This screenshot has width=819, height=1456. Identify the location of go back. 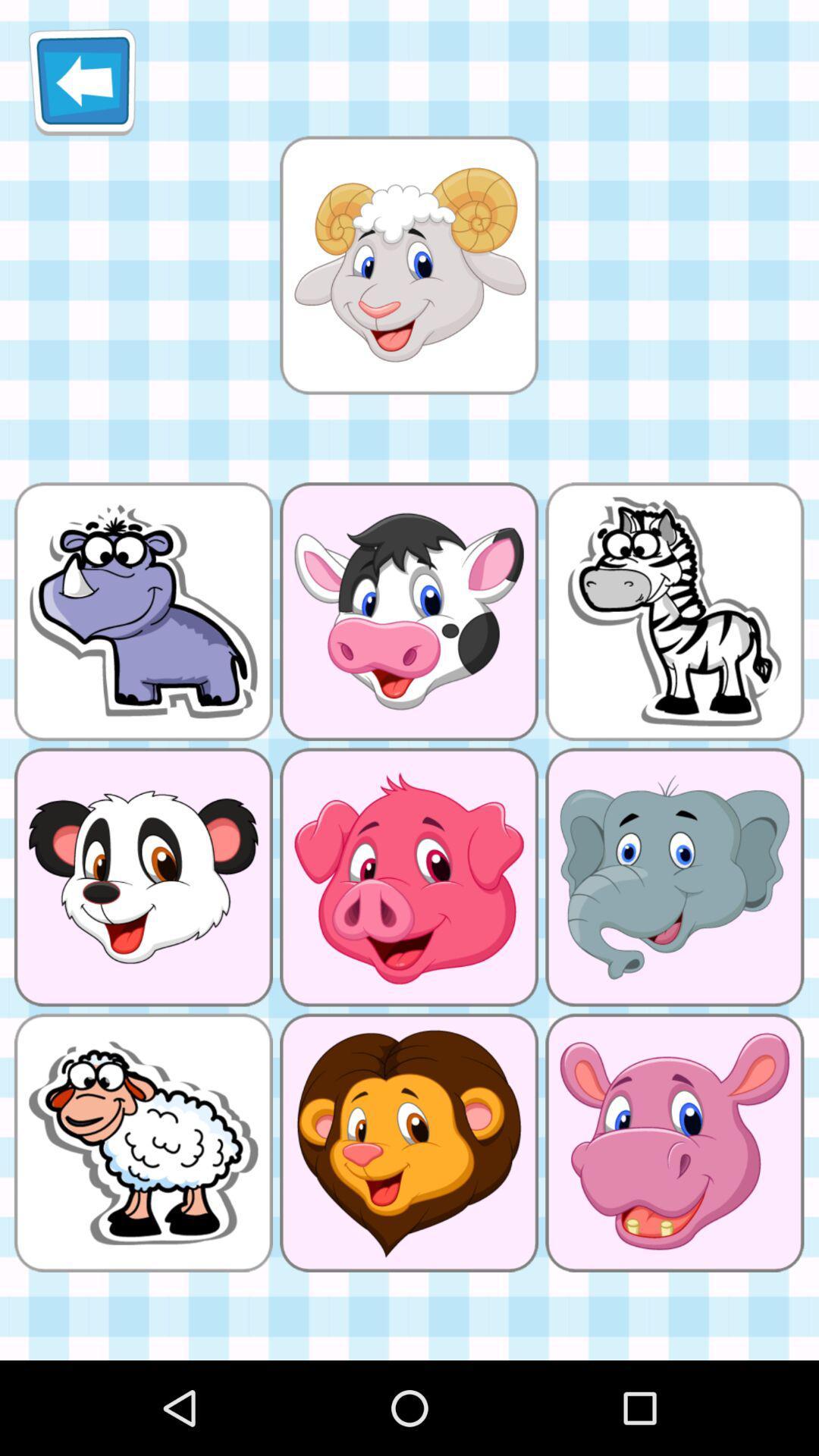
(82, 81).